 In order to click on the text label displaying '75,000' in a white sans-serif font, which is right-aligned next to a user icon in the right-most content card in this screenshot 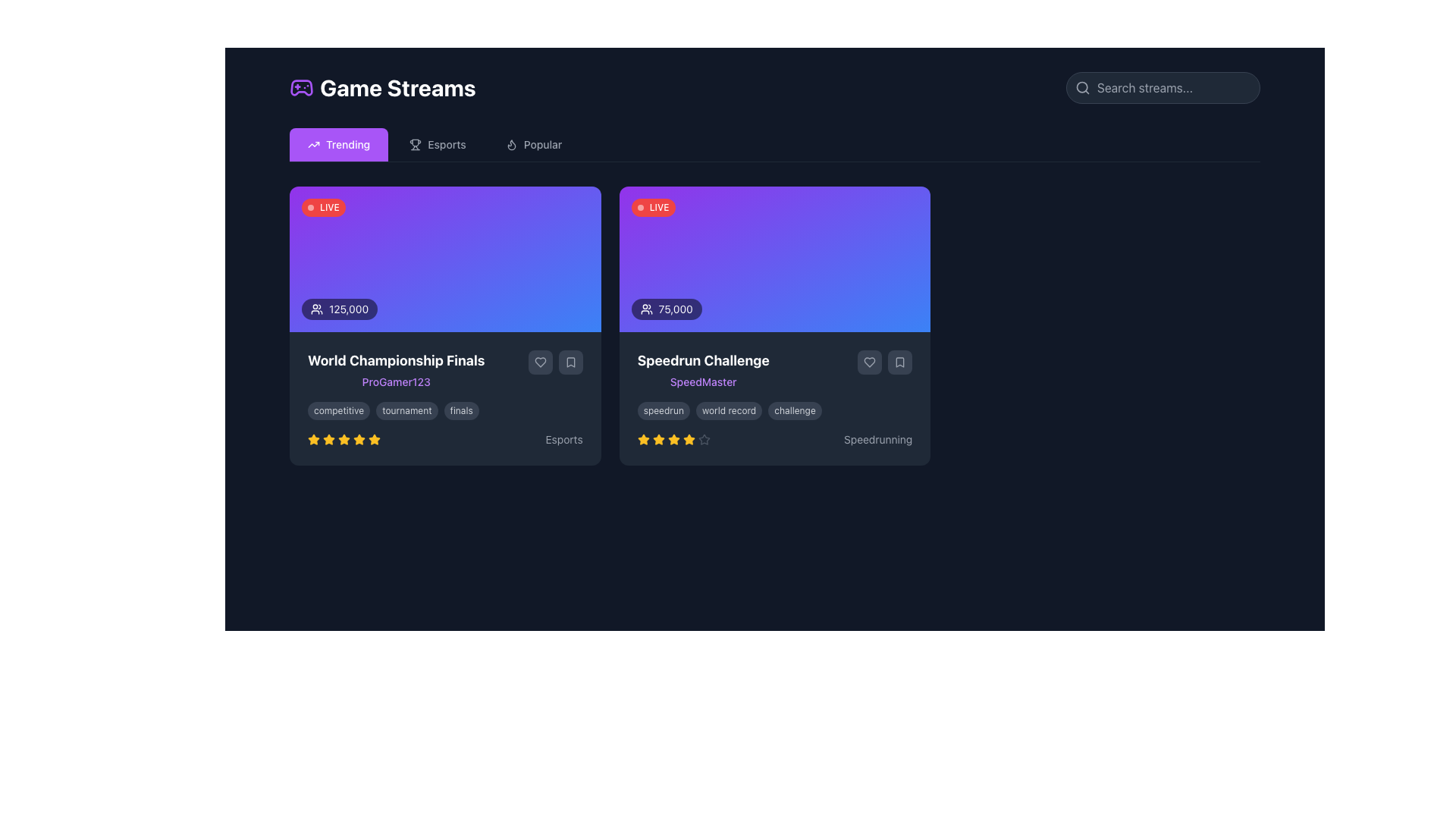, I will do `click(675, 309)`.